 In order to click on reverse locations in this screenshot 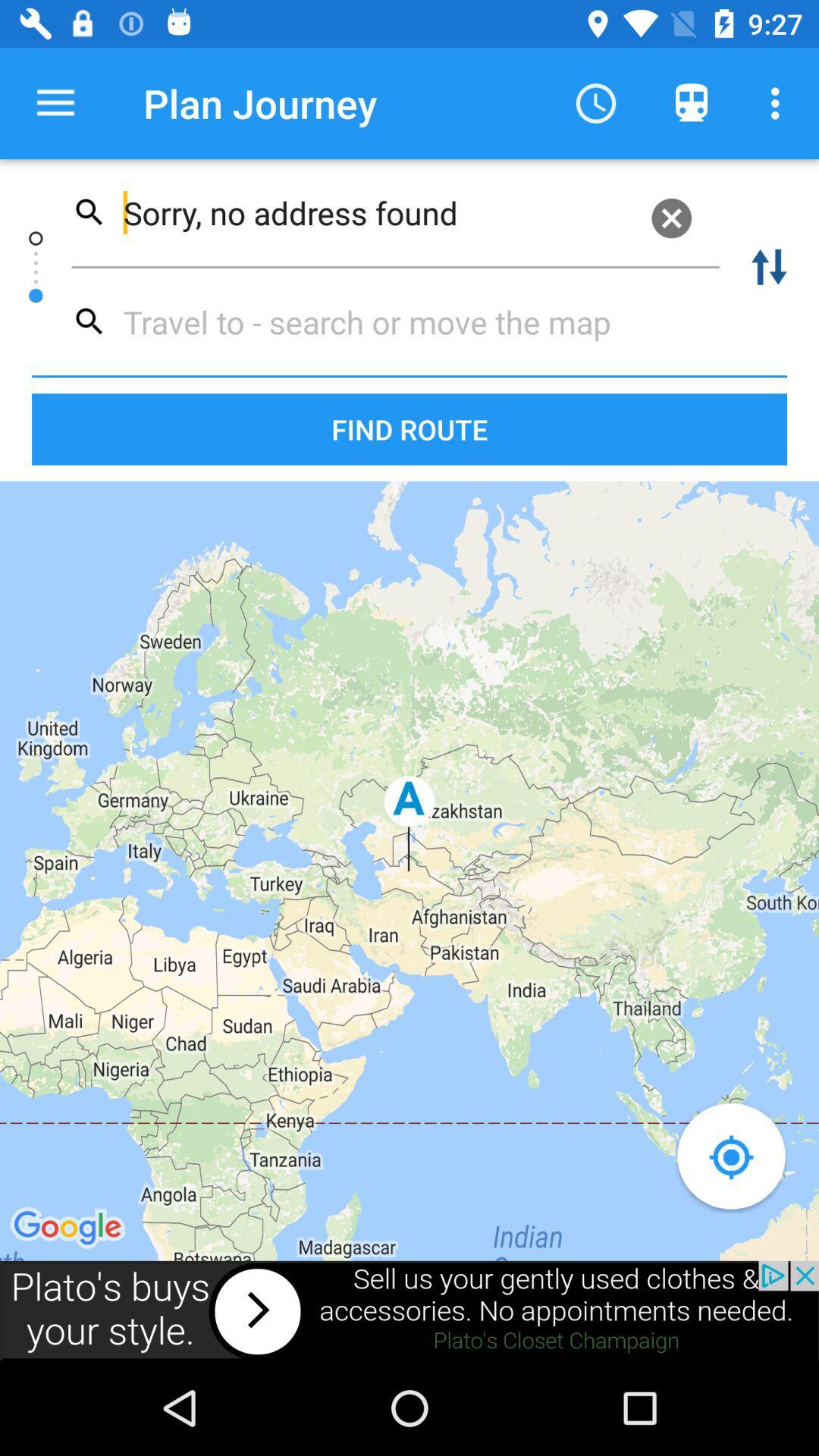, I will do `click(769, 267)`.